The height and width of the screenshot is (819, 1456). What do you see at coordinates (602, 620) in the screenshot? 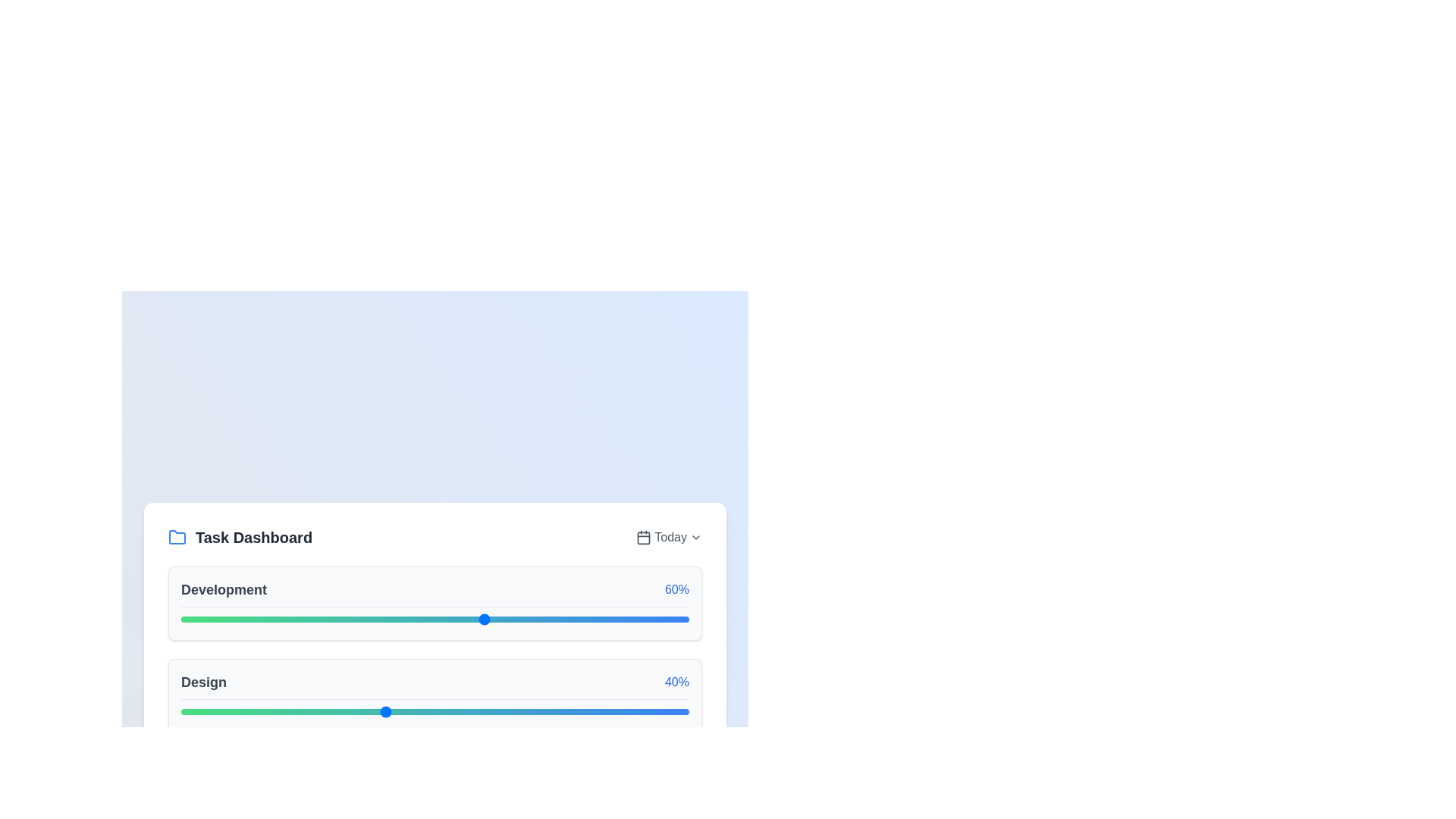
I see `the slider` at bounding box center [602, 620].